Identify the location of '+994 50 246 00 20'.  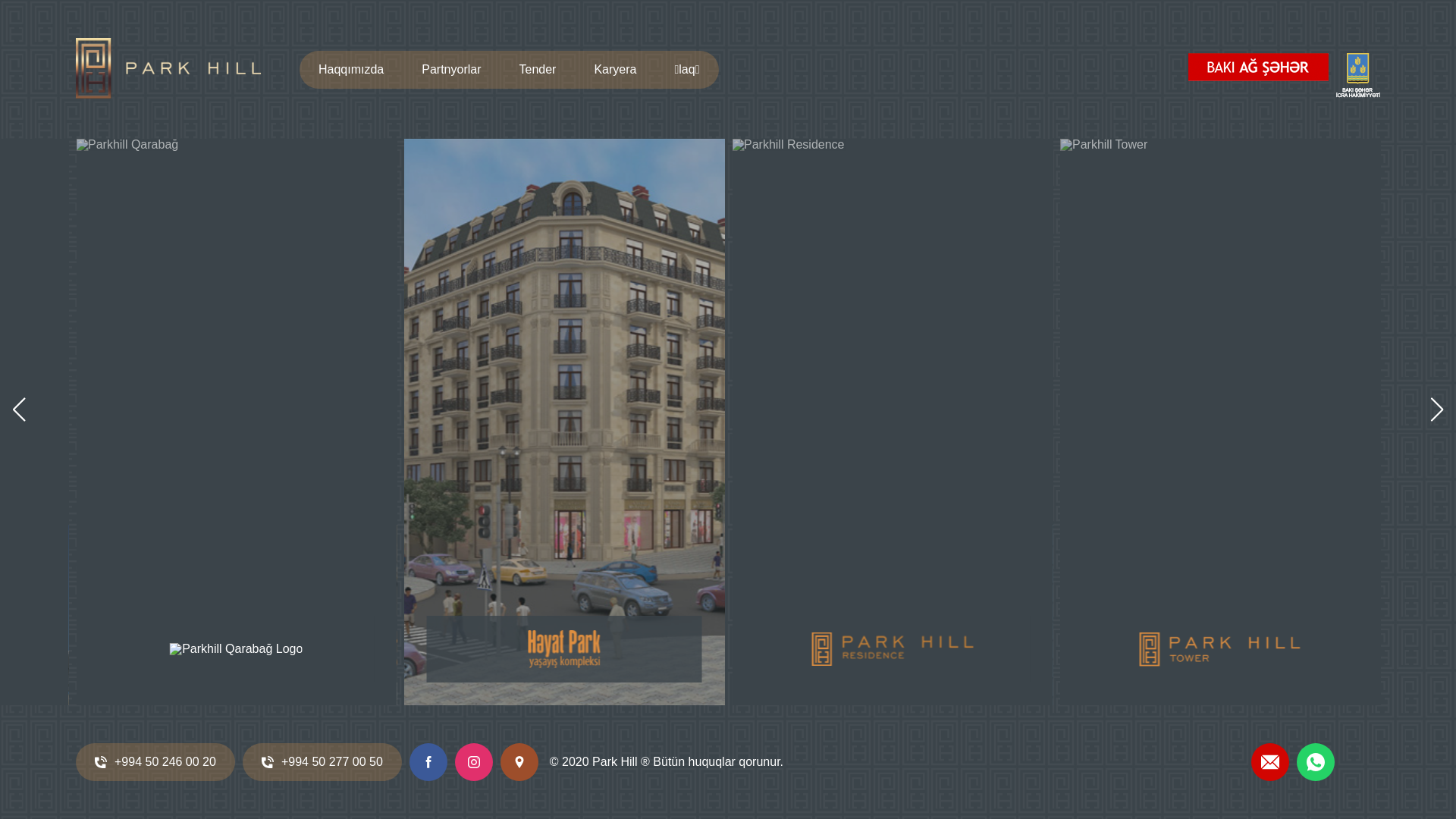
(155, 762).